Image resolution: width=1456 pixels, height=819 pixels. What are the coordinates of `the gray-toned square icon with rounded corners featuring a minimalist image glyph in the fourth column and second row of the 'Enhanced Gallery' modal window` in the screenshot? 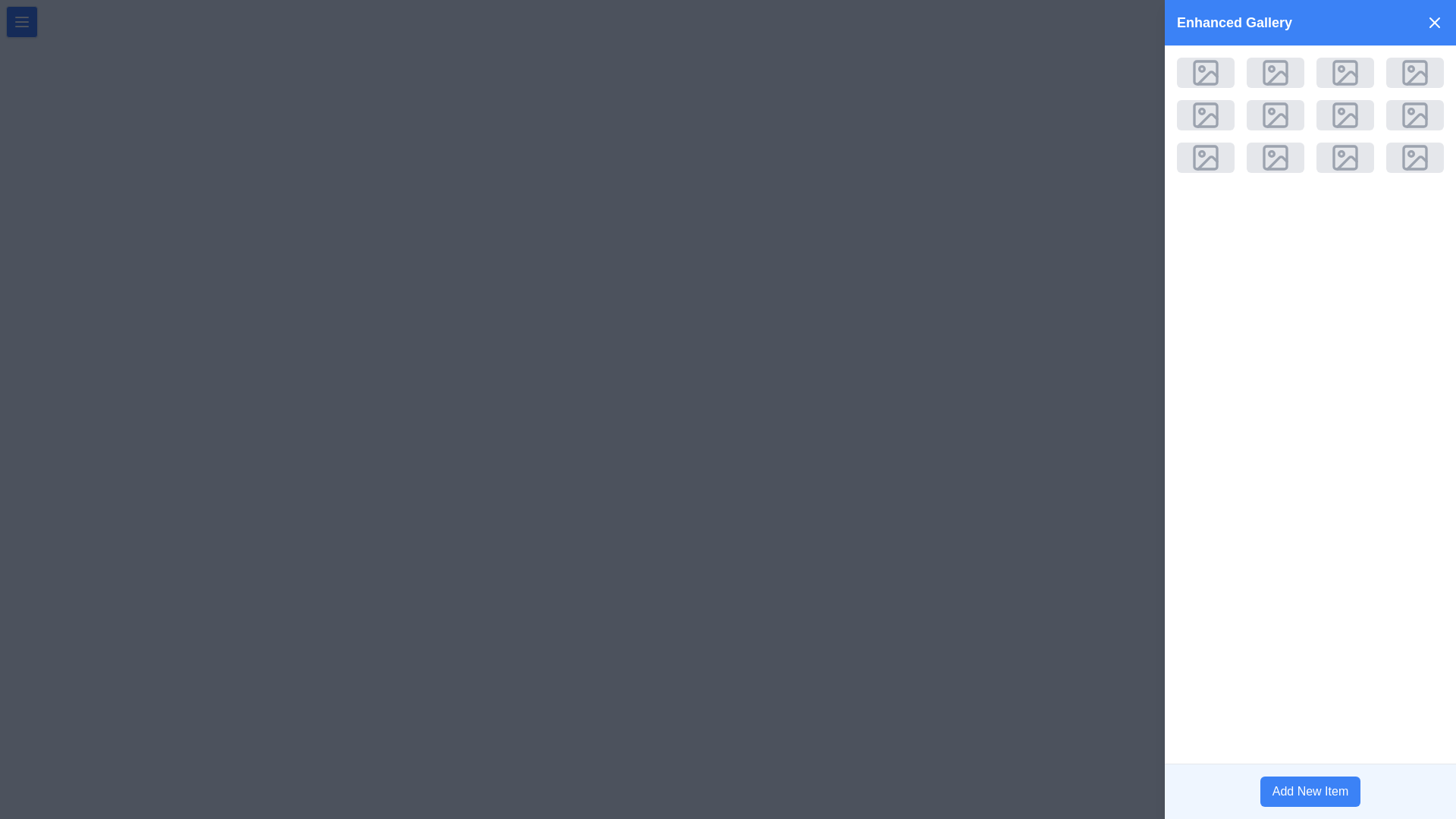 It's located at (1345, 114).